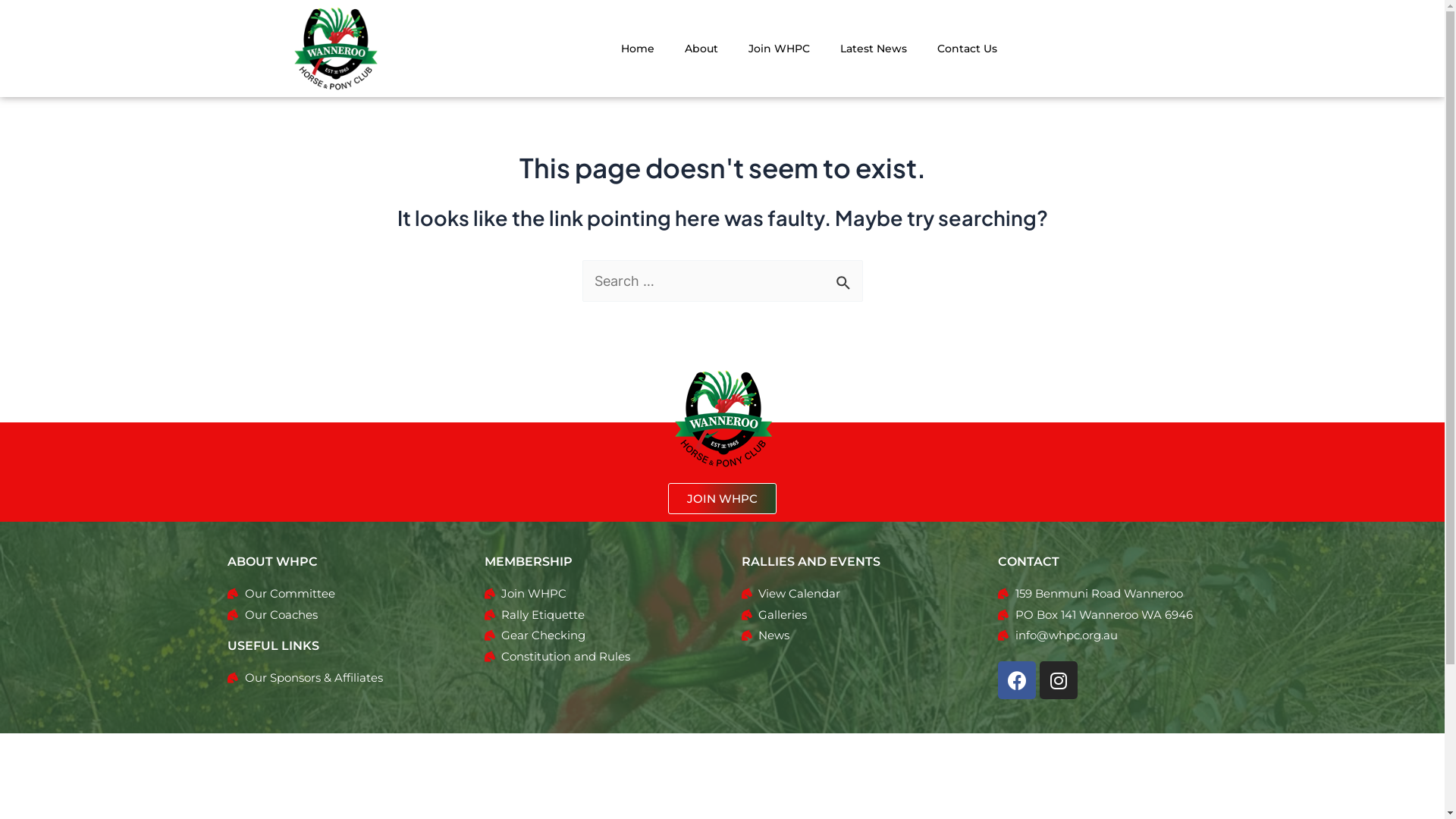 Image resolution: width=1456 pixels, height=819 pixels. Describe the element at coordinates (827, 278) in the screenshot. I see `'Search'` at that location.